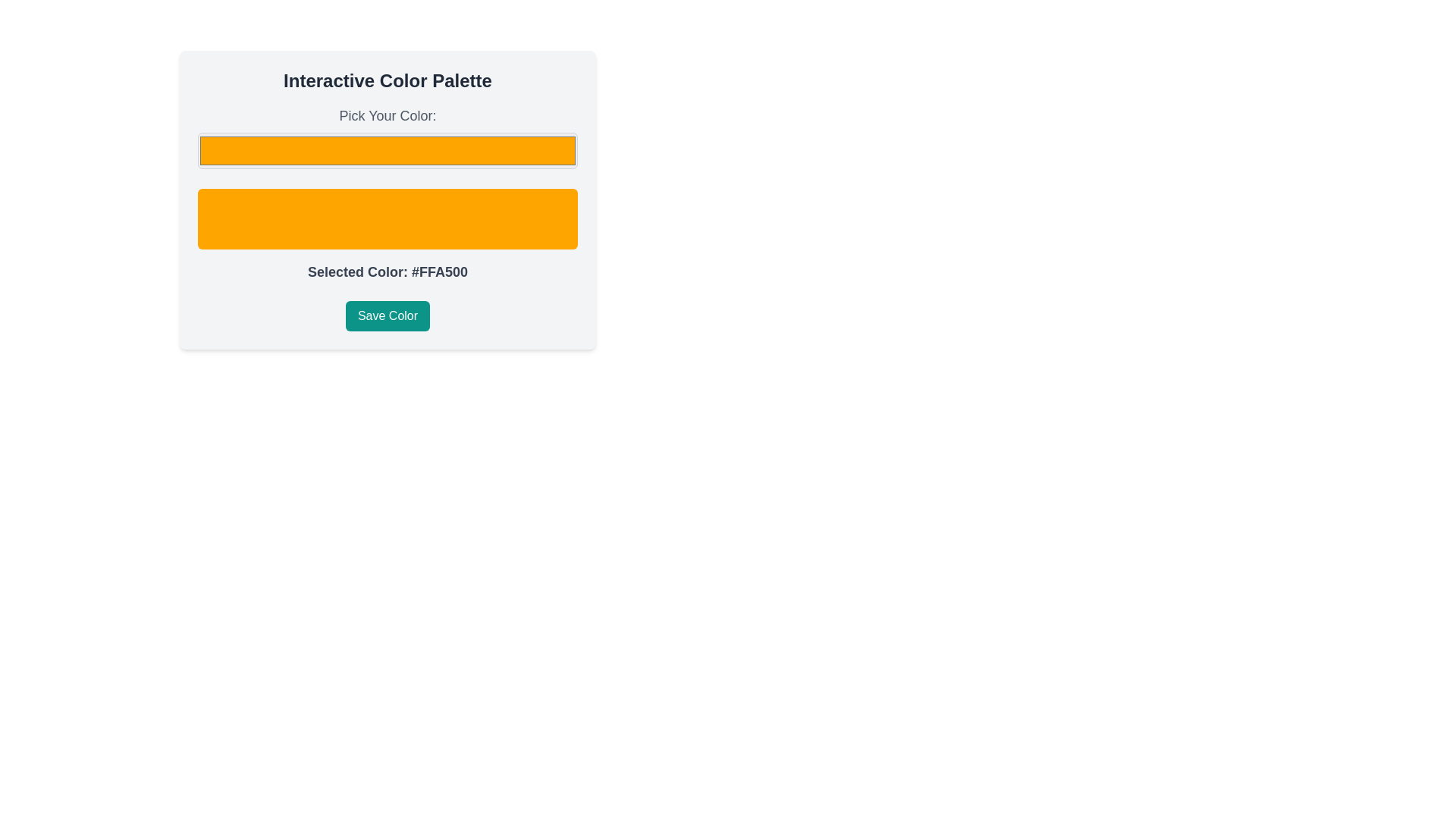 This screenshot has width=1456, height=819. I want to click on the confirm button located at the bottom of the white card, so click(388, 315).